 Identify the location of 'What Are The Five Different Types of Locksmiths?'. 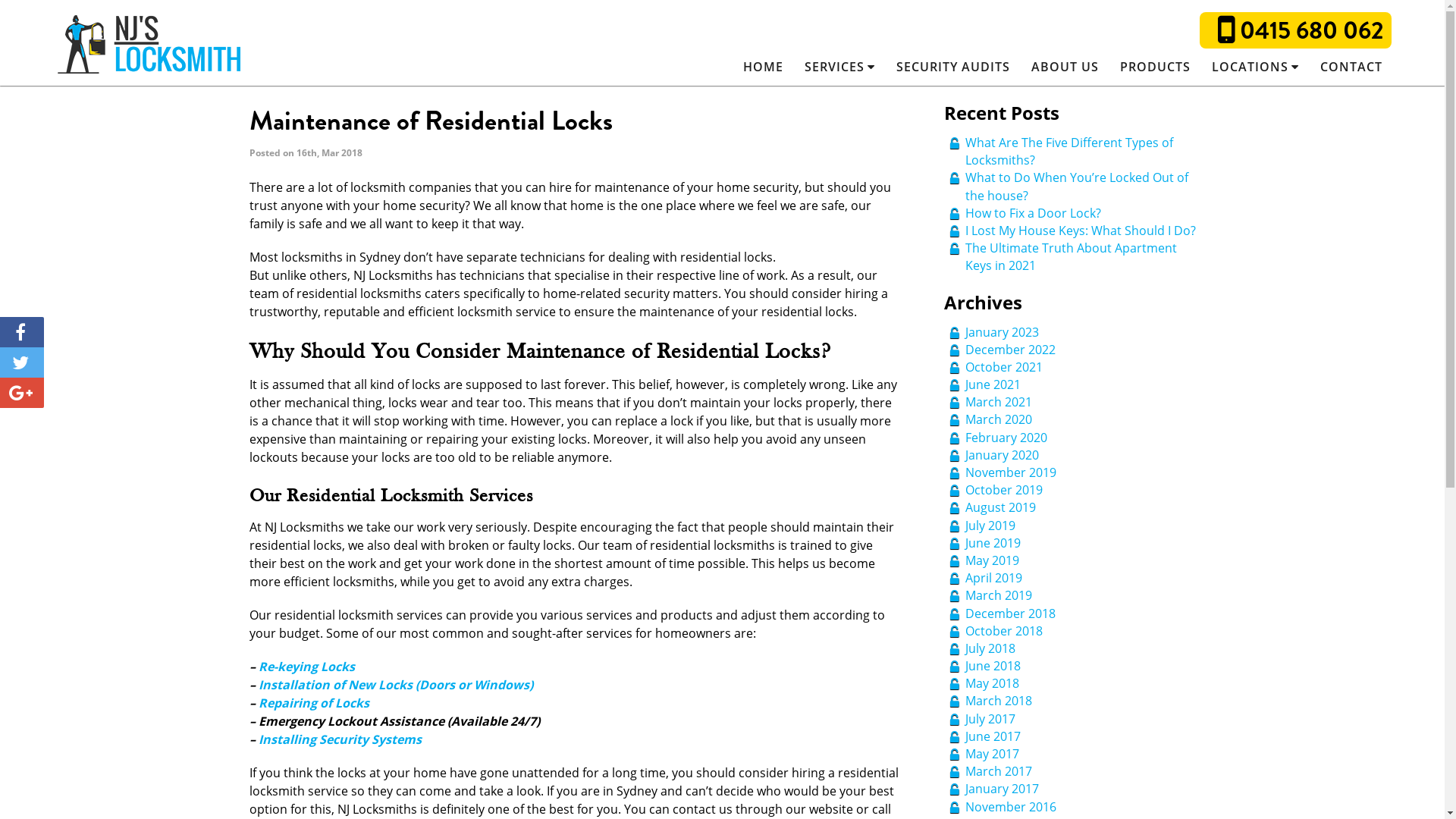
(964, 151).